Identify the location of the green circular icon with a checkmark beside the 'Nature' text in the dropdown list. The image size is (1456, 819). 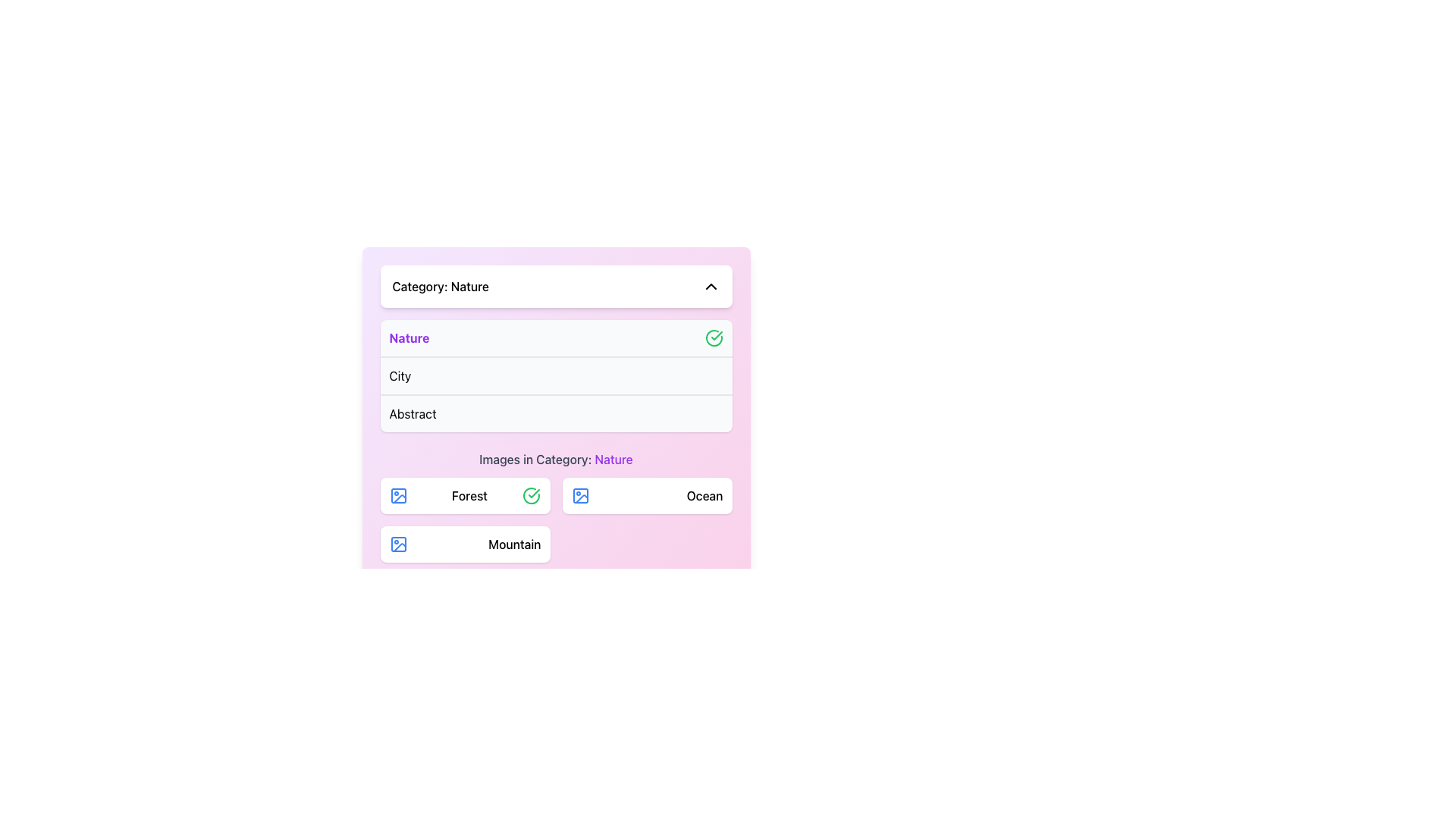
(713, 337).